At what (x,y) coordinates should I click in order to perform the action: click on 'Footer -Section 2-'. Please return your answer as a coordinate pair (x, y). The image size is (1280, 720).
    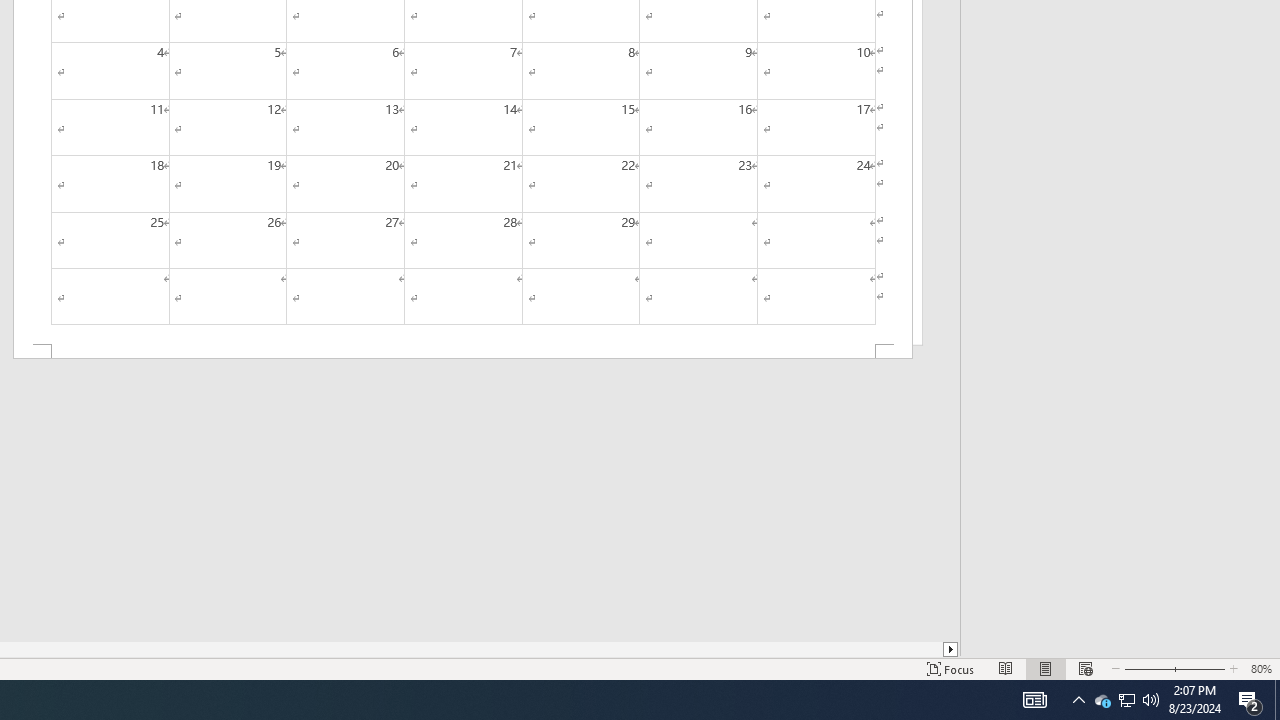
    Looking at the image, I should click on (461, 350).